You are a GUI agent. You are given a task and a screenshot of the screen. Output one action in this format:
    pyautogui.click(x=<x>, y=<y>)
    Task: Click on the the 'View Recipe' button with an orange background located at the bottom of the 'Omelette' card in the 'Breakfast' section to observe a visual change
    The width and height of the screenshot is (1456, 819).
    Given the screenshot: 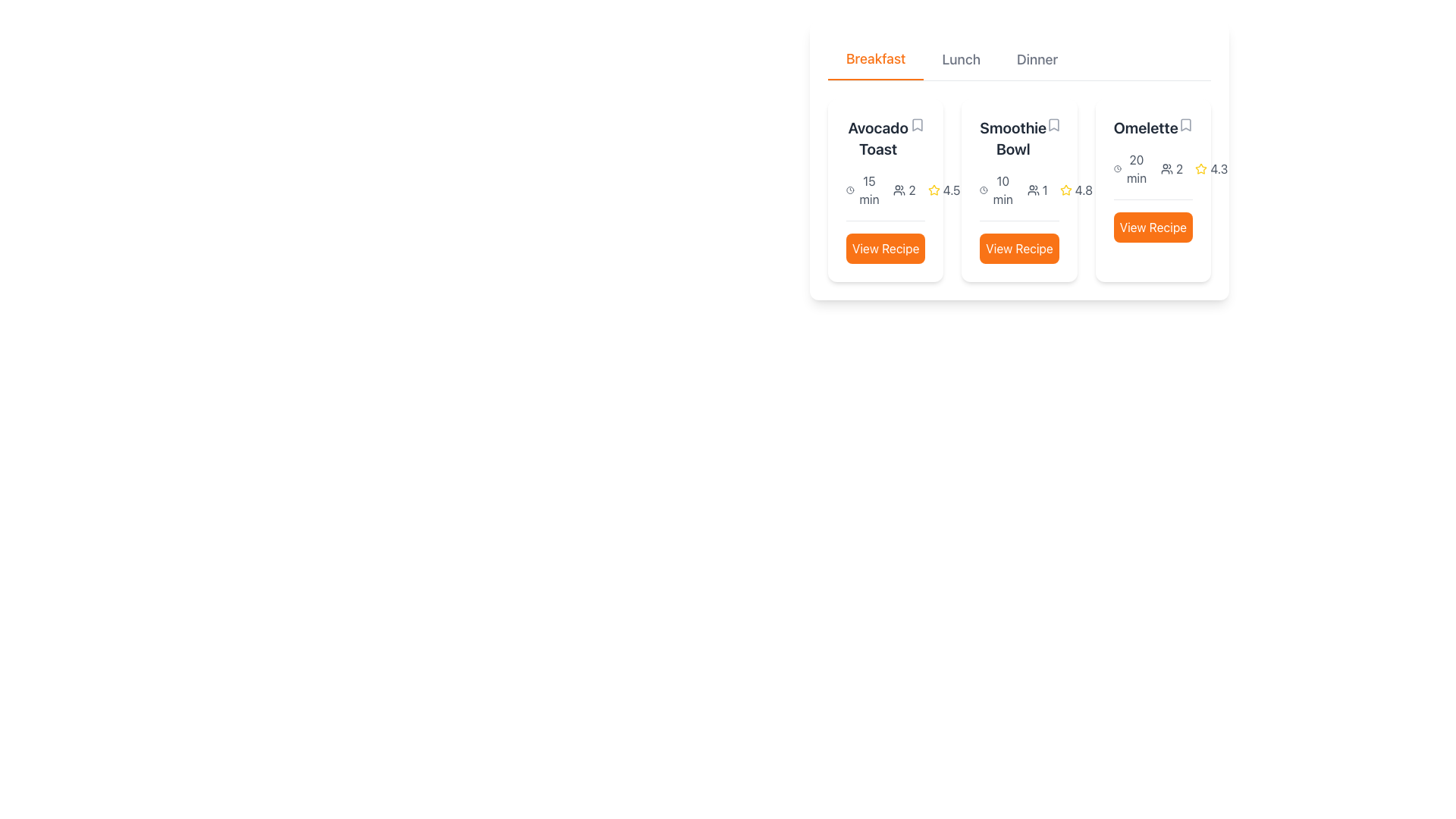 What is the action you would take?
    pyautogui.click(x=1153, y=221)
    